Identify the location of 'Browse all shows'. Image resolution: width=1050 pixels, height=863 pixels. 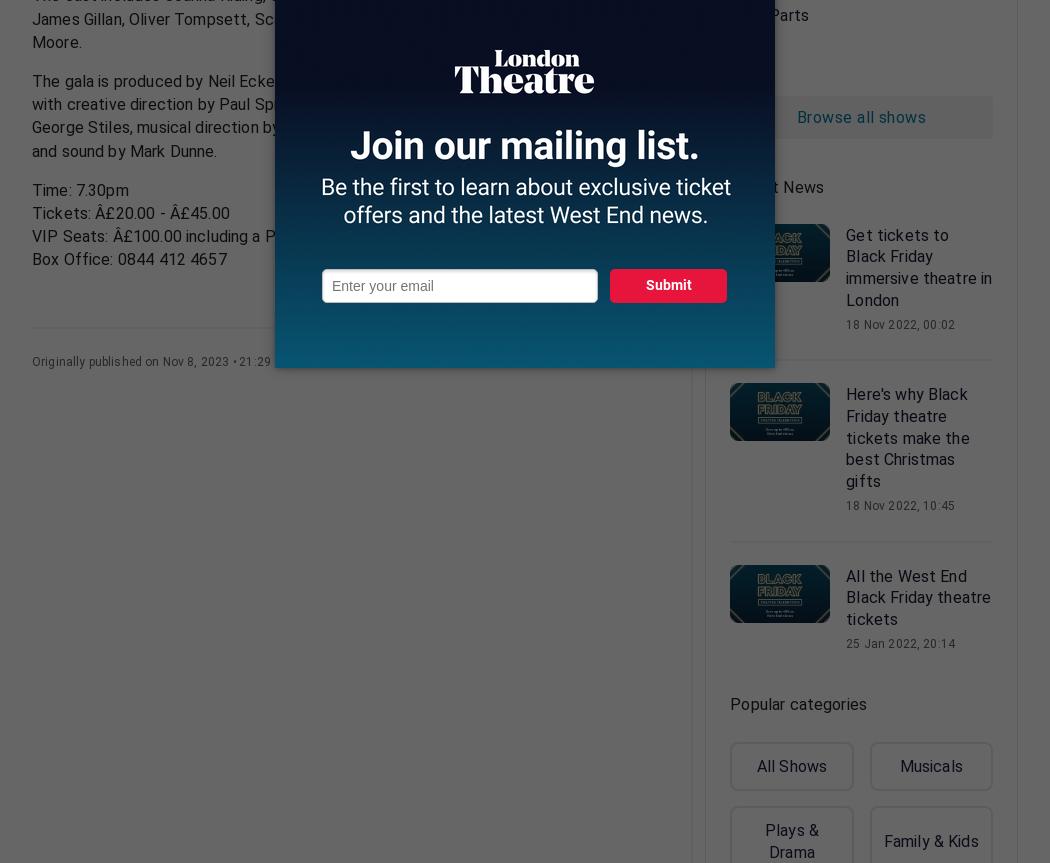
(861, 115).